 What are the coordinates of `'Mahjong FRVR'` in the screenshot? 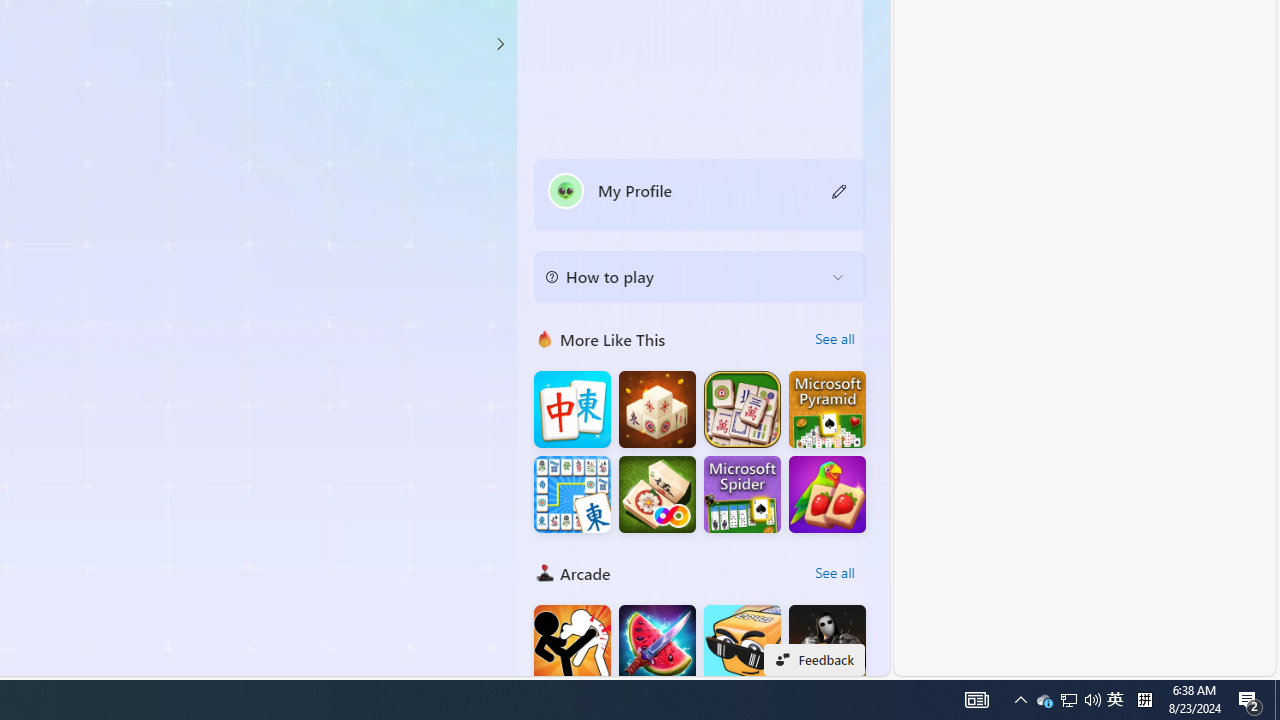 It's located at (657, 494).